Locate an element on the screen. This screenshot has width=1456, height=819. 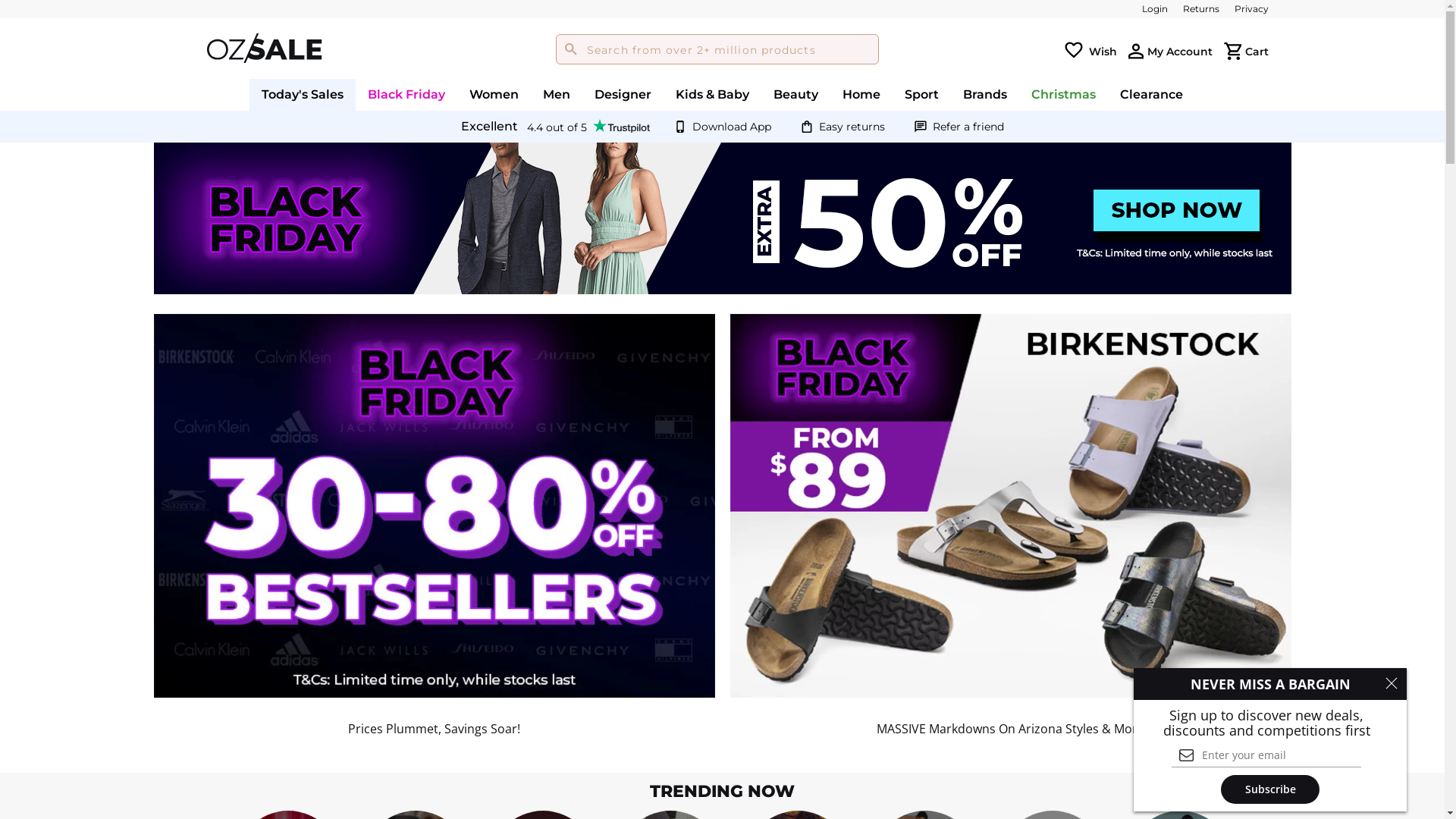
'Returns' is located at coordinates (1200, 9).